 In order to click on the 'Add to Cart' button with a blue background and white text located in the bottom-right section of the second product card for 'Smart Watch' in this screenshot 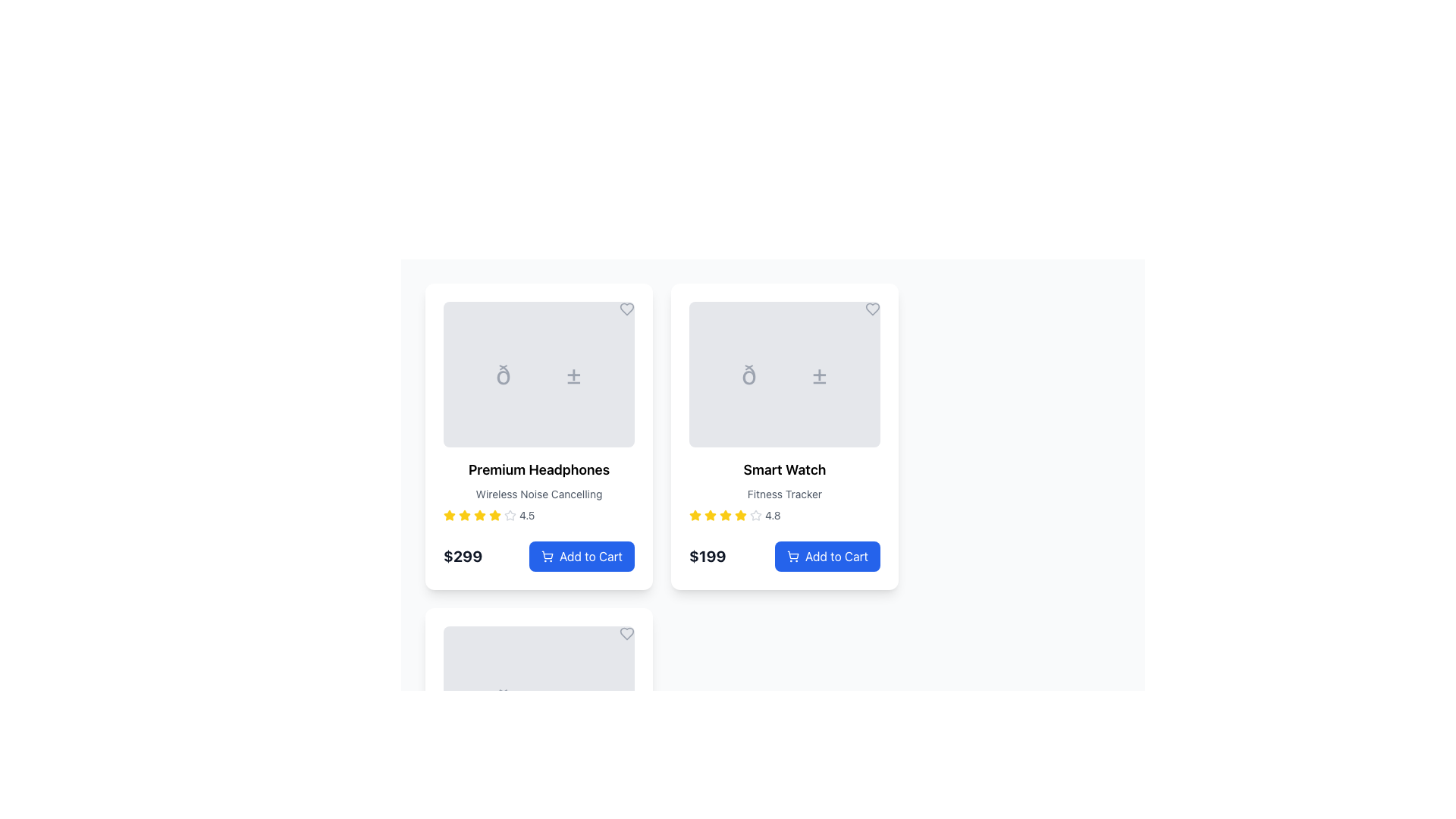, I will do `click(827, 556)`.